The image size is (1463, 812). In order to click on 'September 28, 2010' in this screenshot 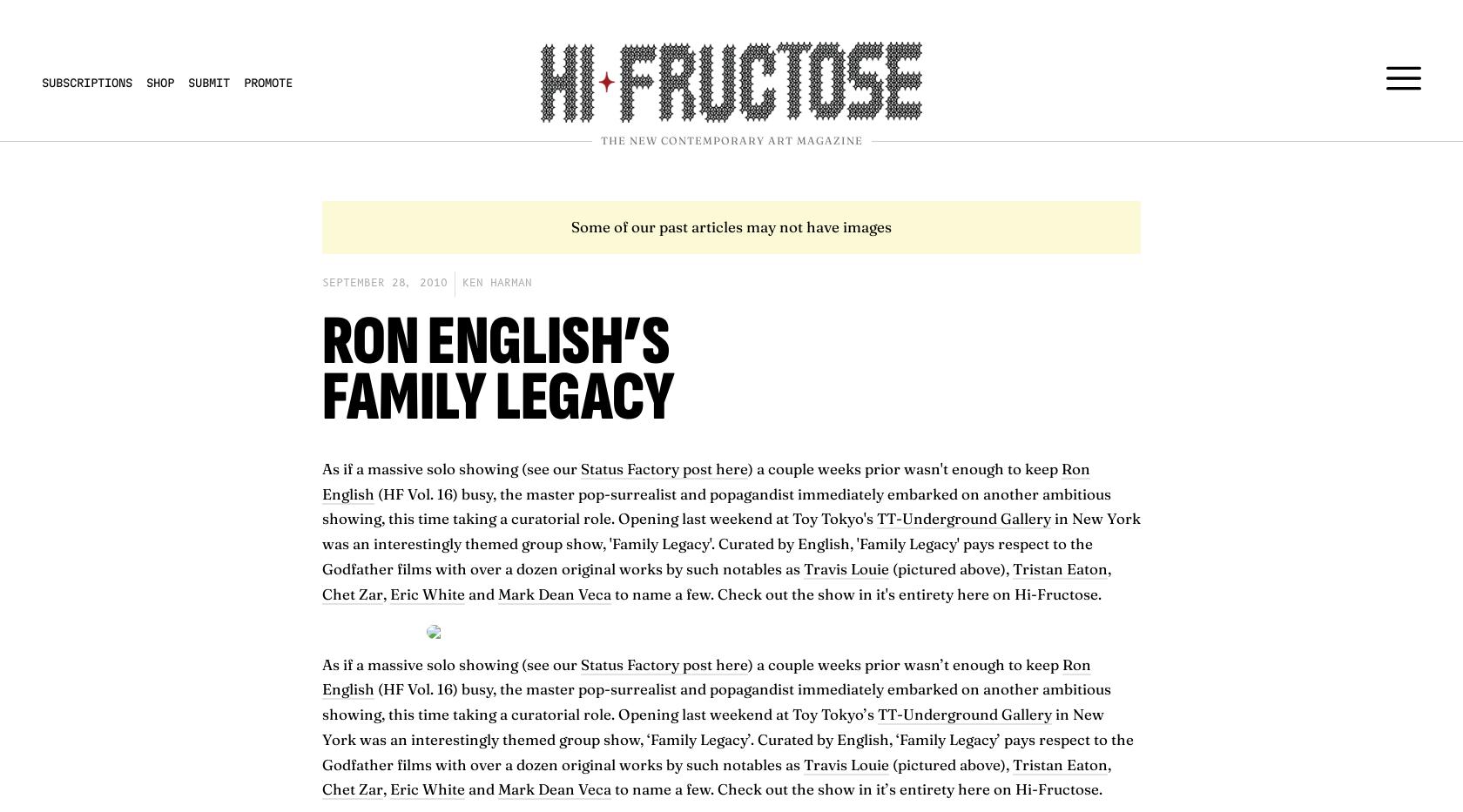, I will do `click(385, 281)`.